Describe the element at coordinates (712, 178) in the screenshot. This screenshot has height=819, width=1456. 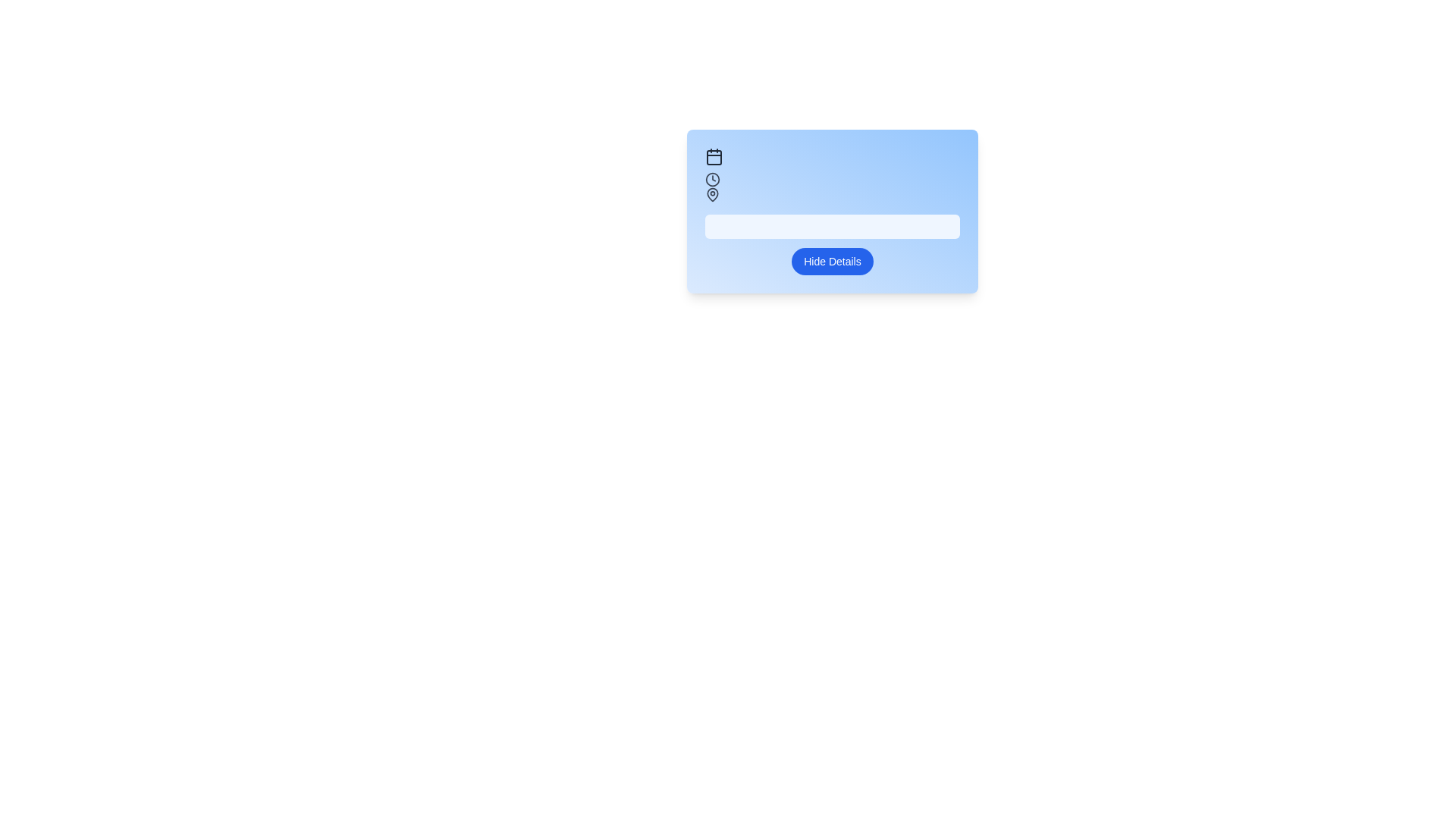
I see `the circular clock outline icon, which is centered above a location pin icon and below a calendar icon` at that location.